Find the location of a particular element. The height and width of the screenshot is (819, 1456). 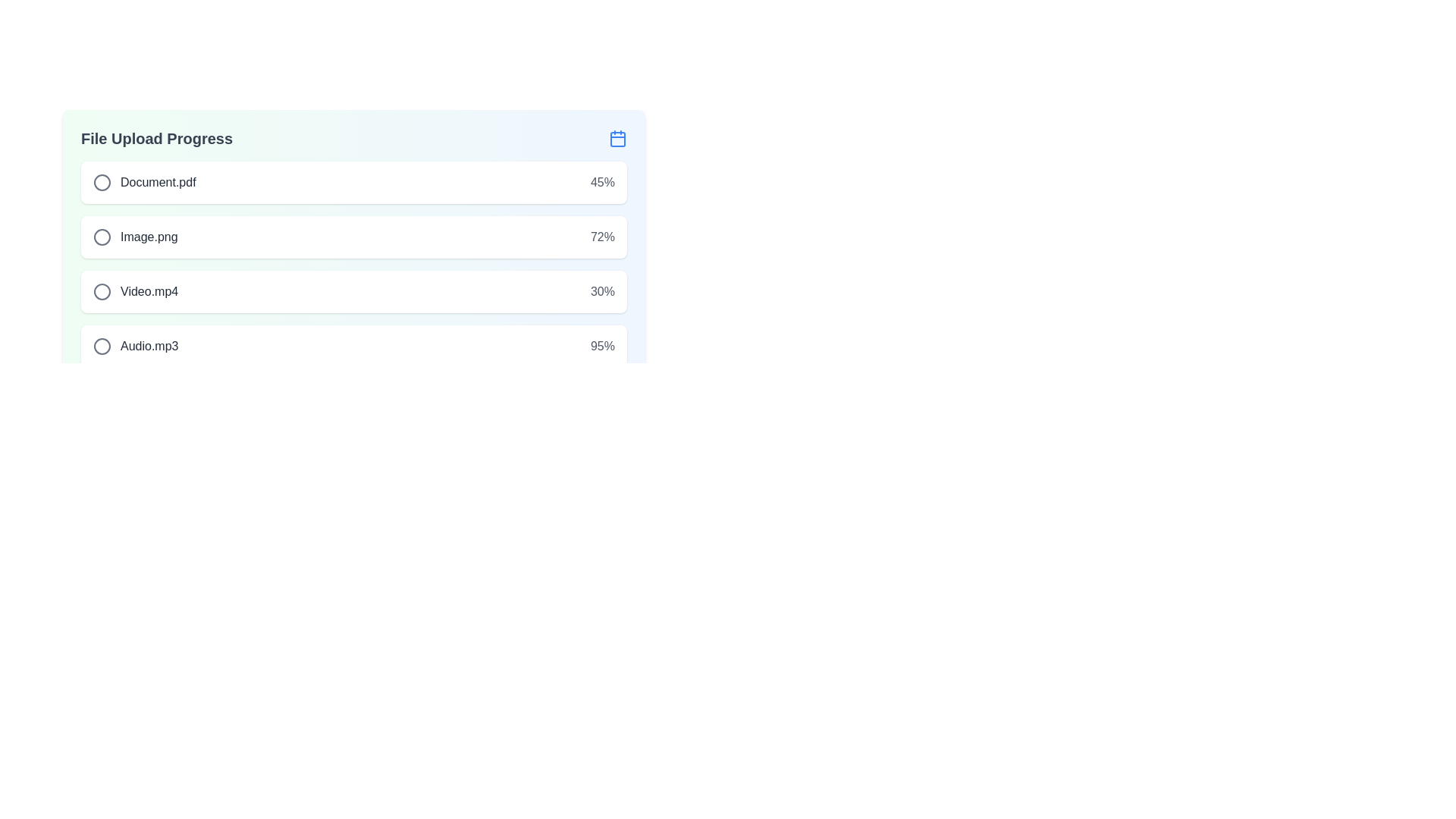

the decorative rectangle element within the SVG calendar icon, located in the upper-right quadrant of the interface, below the two vertical line markers is located at coordinates (618, 140).